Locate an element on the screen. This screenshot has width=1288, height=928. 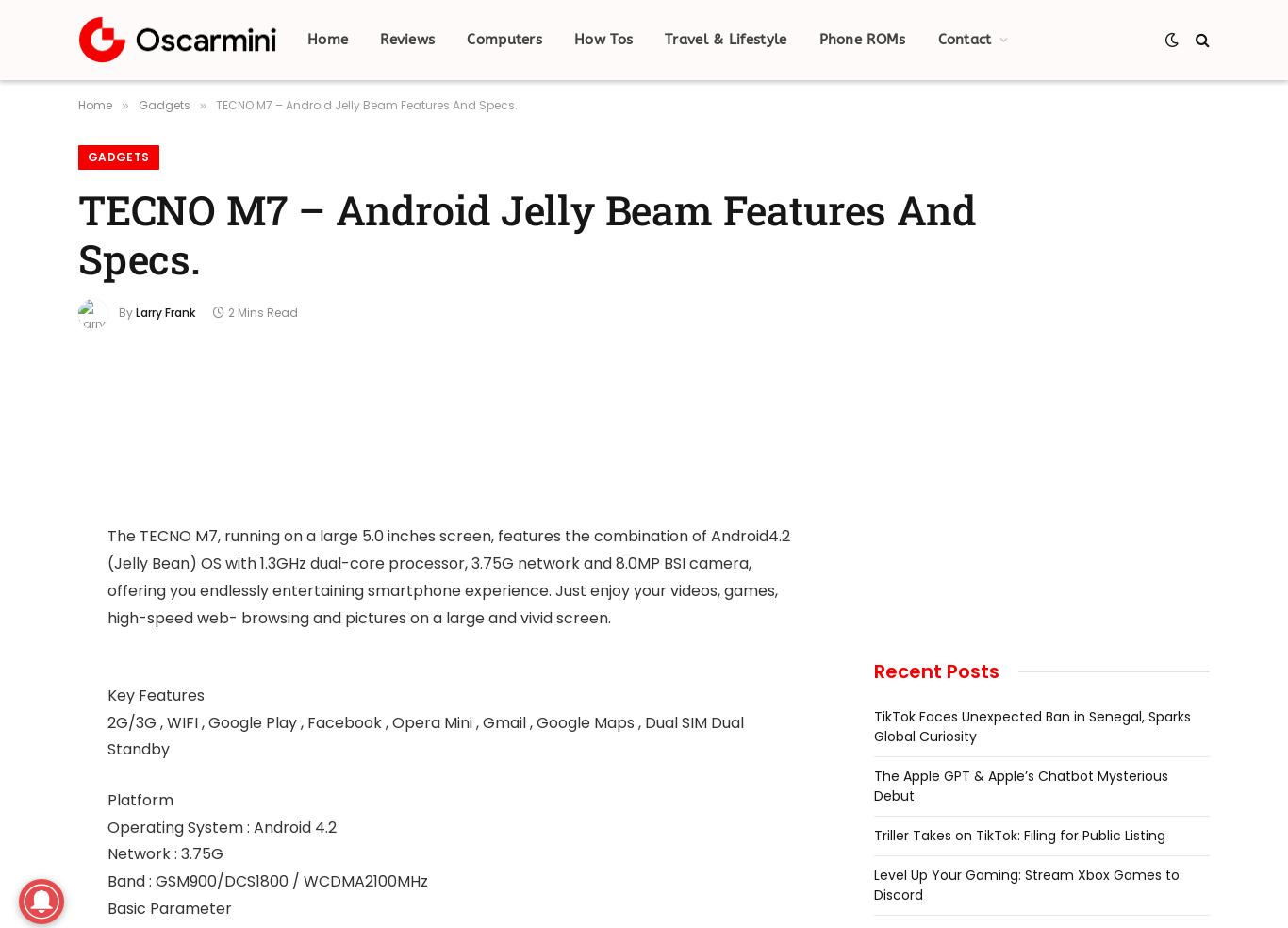
'Recent Posts' is located at coordinates (936, 671).